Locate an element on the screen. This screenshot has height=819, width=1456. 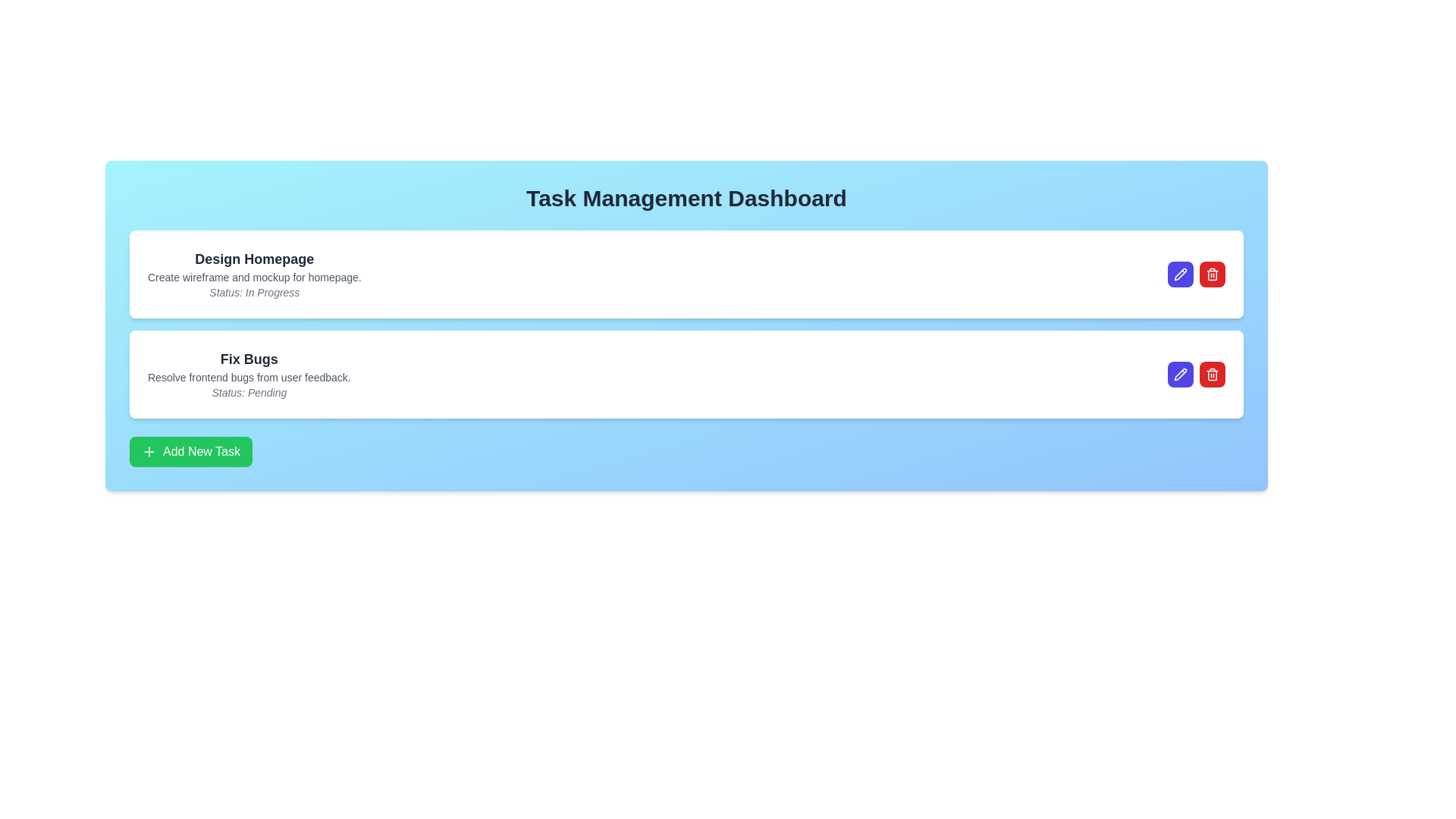
the 'Edit' icon button located in the action toolbar to the left of the red delete button is located at coordinates (1182, 275).